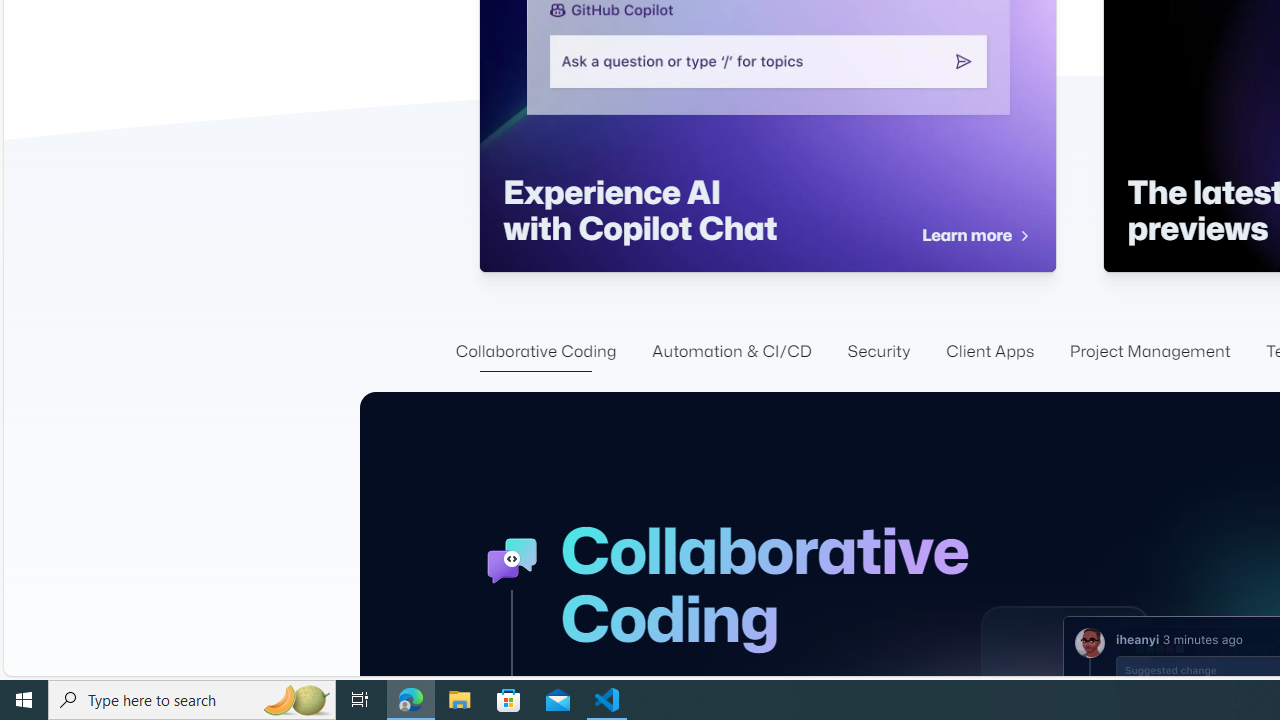  What do you see at coordinates (535, 351) in the screenshot?
I see `'Collaborative Coding'` at bounding box center [535, 351].